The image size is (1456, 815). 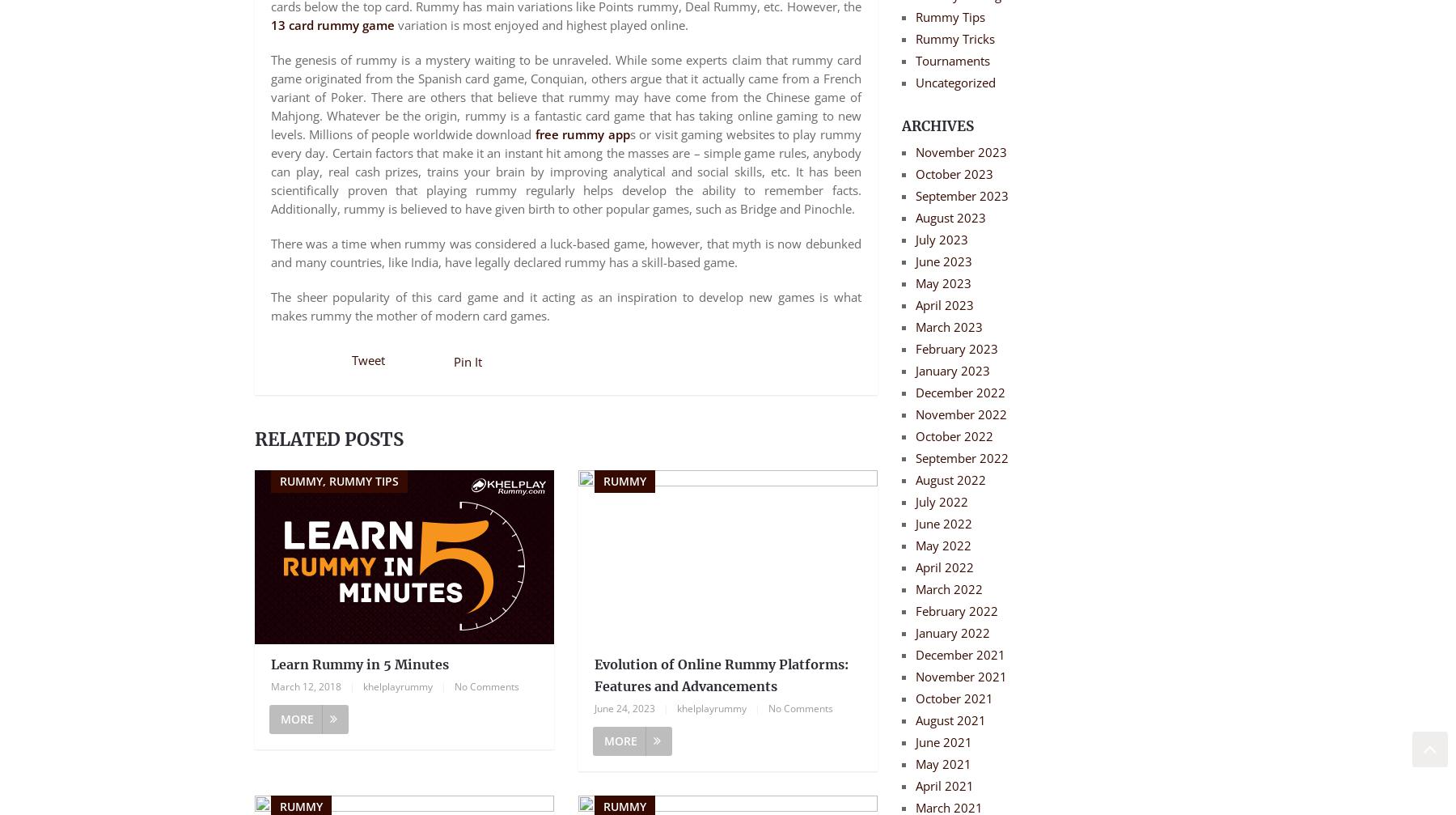 What do you see at coordinates (565, 253) in the screenshot?
I see `'There was a time when rummy was considered a luck-based game, however, that myth is now debunked and many countries, like India, have legally declared rummy has a skill-based game.'` at bounding box center [565, 253].